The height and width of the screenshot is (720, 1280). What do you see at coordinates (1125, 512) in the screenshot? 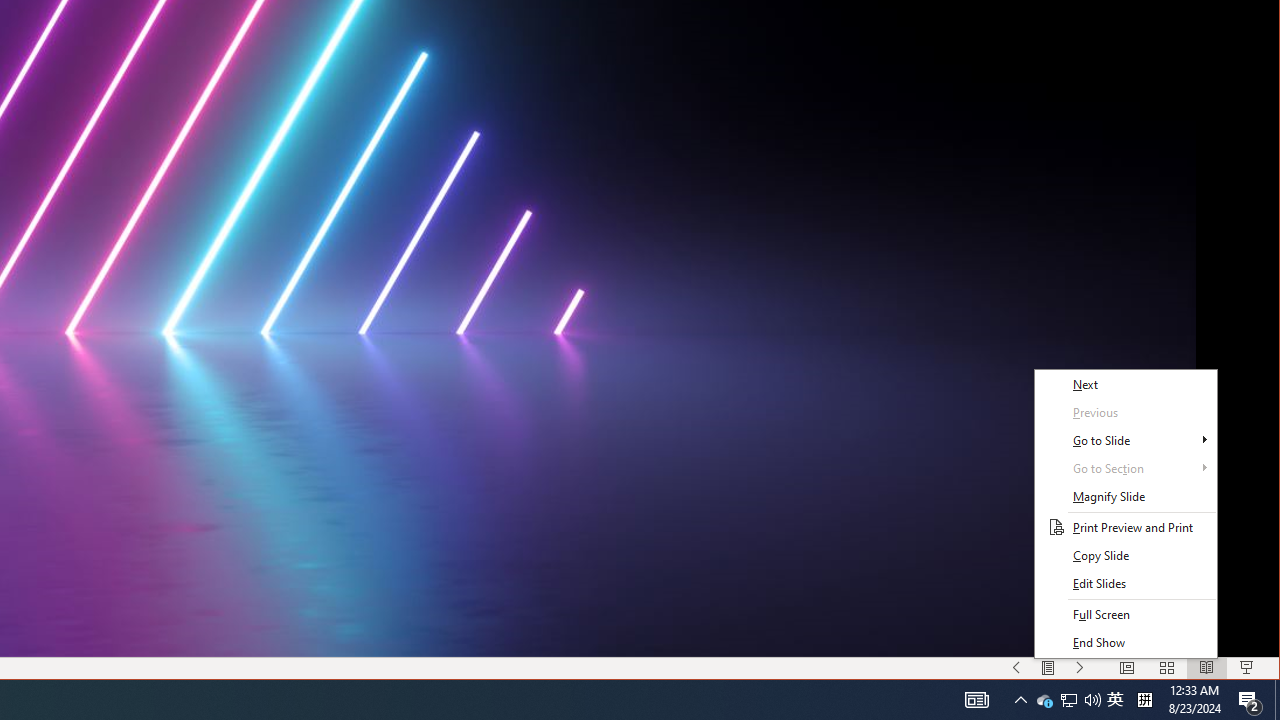
I see `'Class: NetUITWMenuContainer'` at bounding box center [1125, 512].